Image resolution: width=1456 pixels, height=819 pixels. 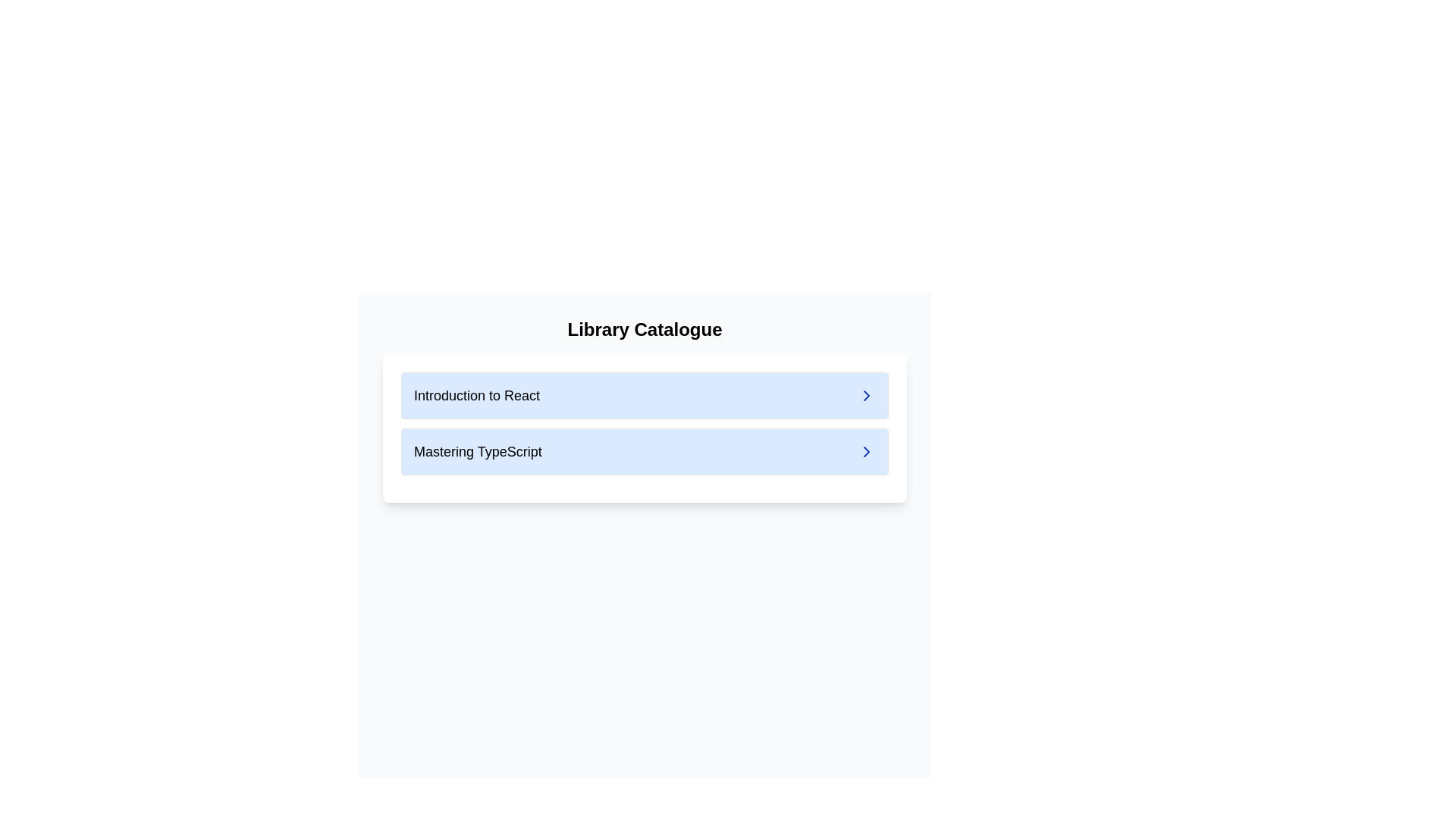 What do you see at coordinates (866, 394) in the screenshot?
I see `the chevron arrow icon adjacent to the right edge of the 'Introduction to React' item` at bounding box center [866, 394].